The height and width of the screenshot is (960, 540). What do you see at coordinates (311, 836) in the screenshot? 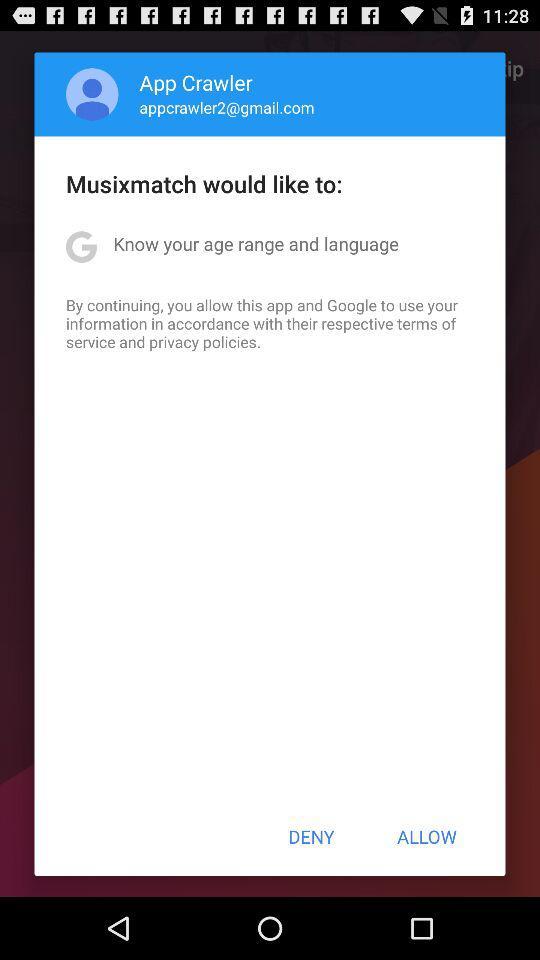
I see `deny button` at bounding box center [311, 836].